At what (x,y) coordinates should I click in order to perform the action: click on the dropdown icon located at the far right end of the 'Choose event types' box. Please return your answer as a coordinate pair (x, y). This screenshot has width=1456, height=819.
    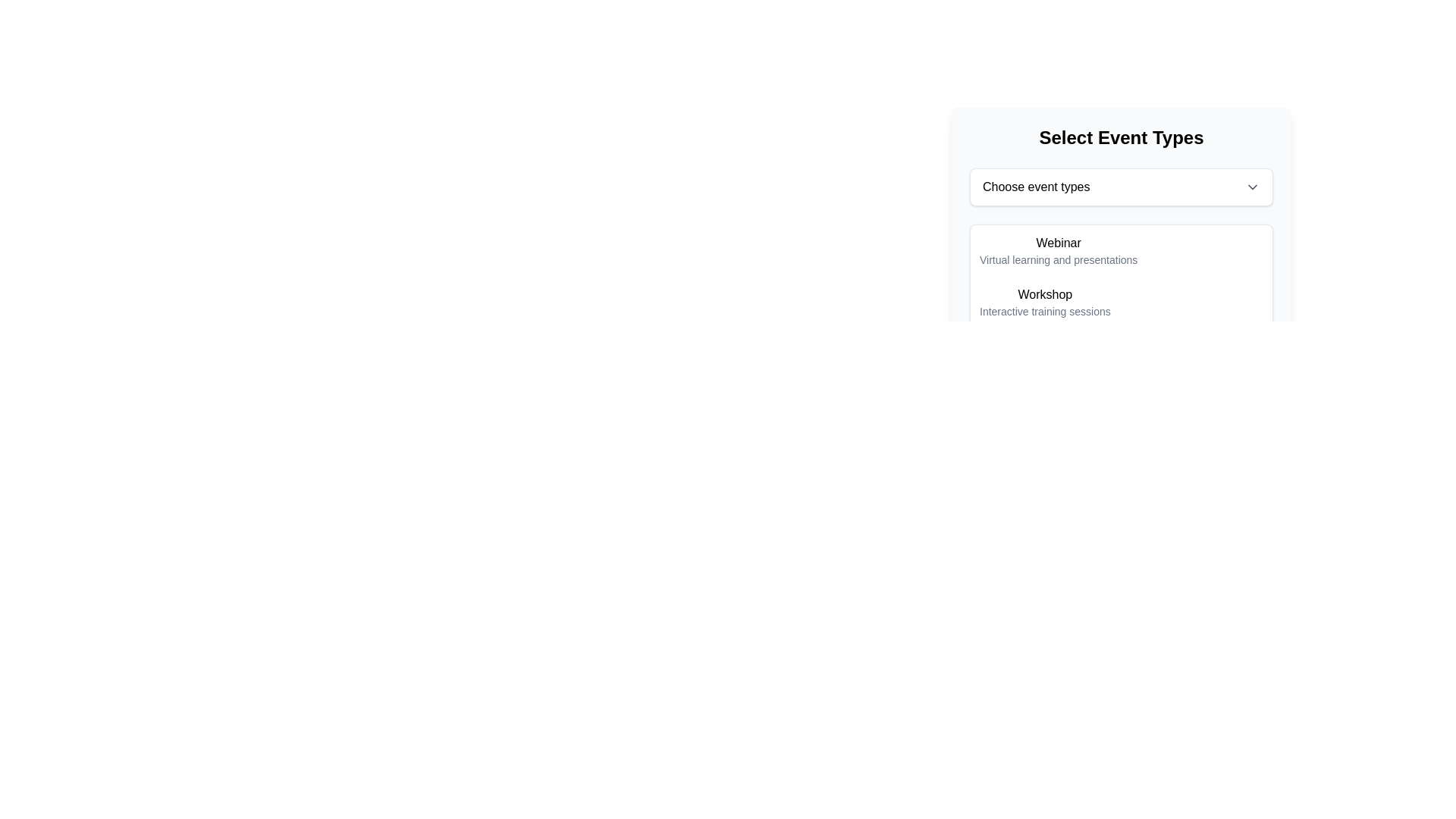
    Looking at the image, I should click on (1252, 186).